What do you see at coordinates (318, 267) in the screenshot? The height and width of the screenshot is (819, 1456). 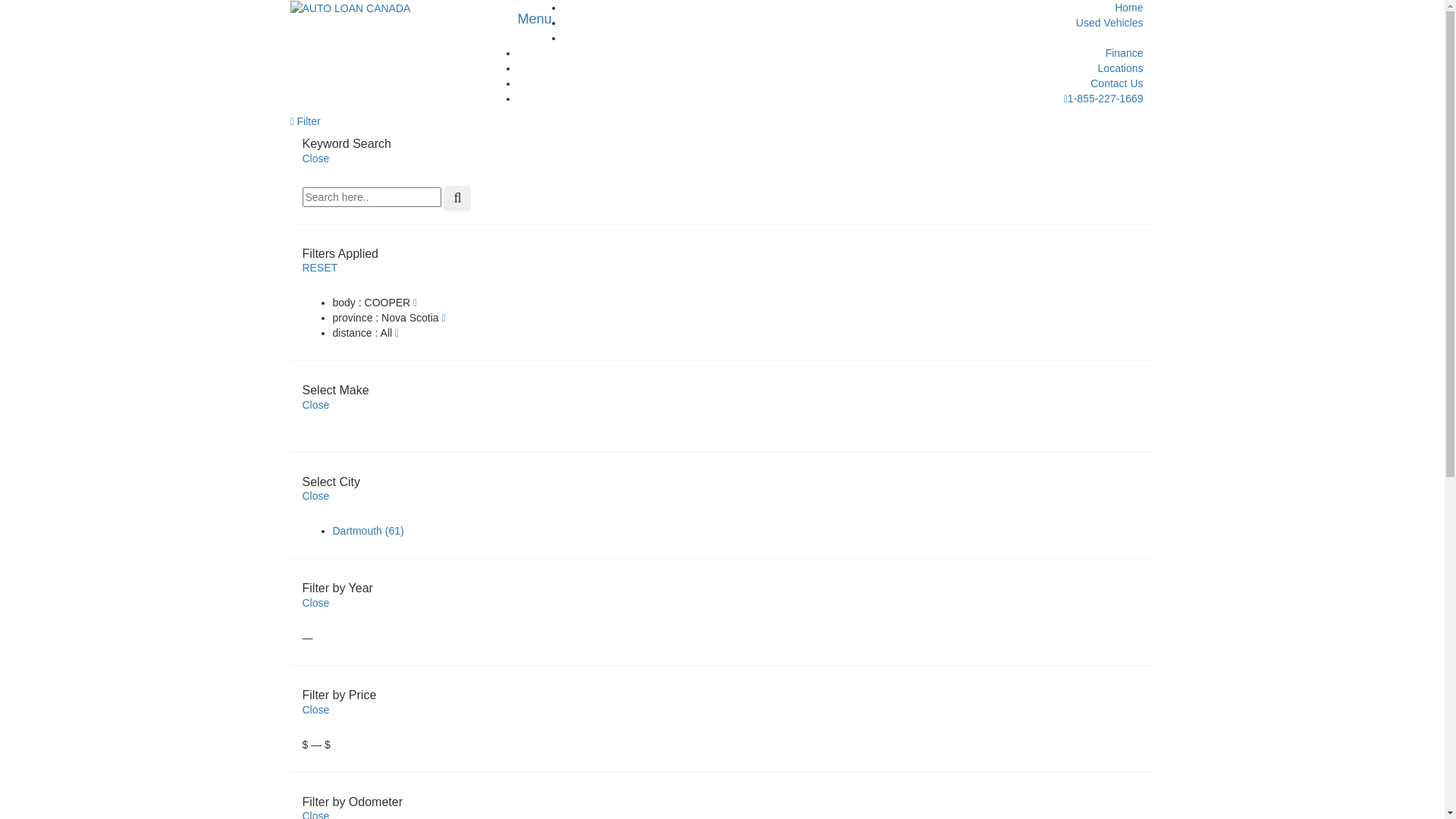 I see `'RESET'` at bounding box center [318, 267].